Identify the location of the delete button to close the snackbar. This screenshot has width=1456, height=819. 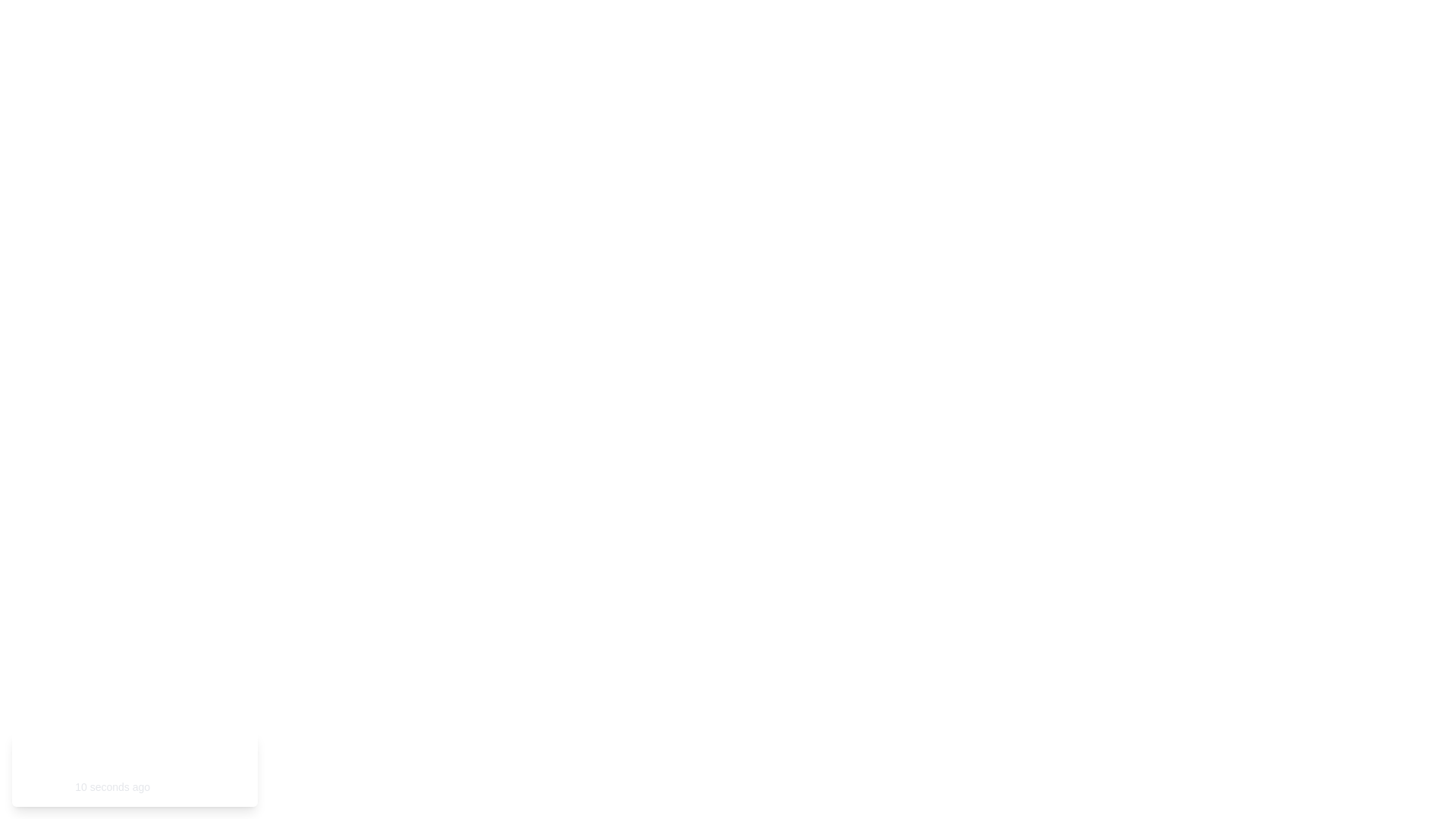
(227, 769).